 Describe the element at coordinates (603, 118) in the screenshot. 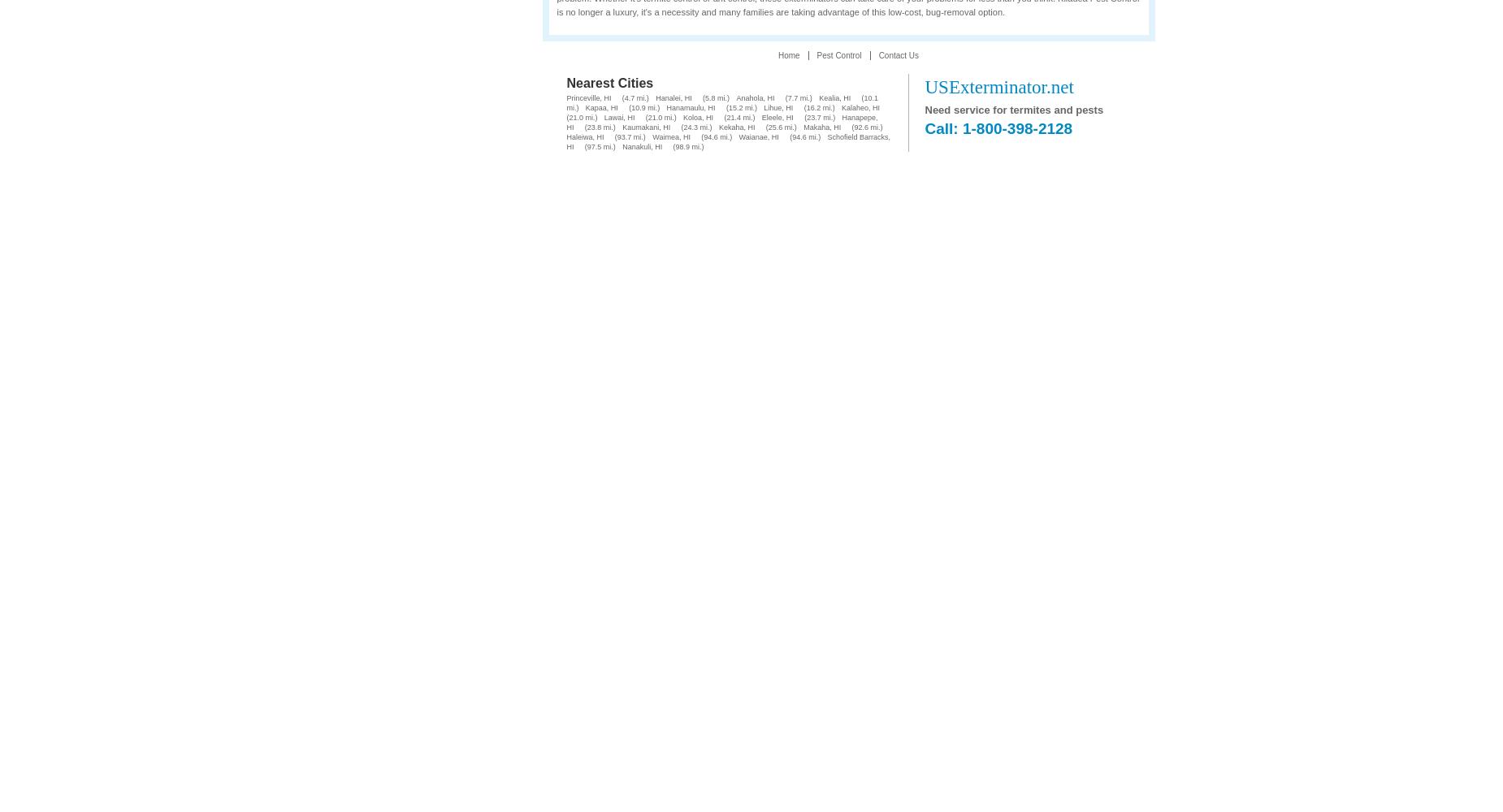

I see `'Lawai, HI'` at that location.